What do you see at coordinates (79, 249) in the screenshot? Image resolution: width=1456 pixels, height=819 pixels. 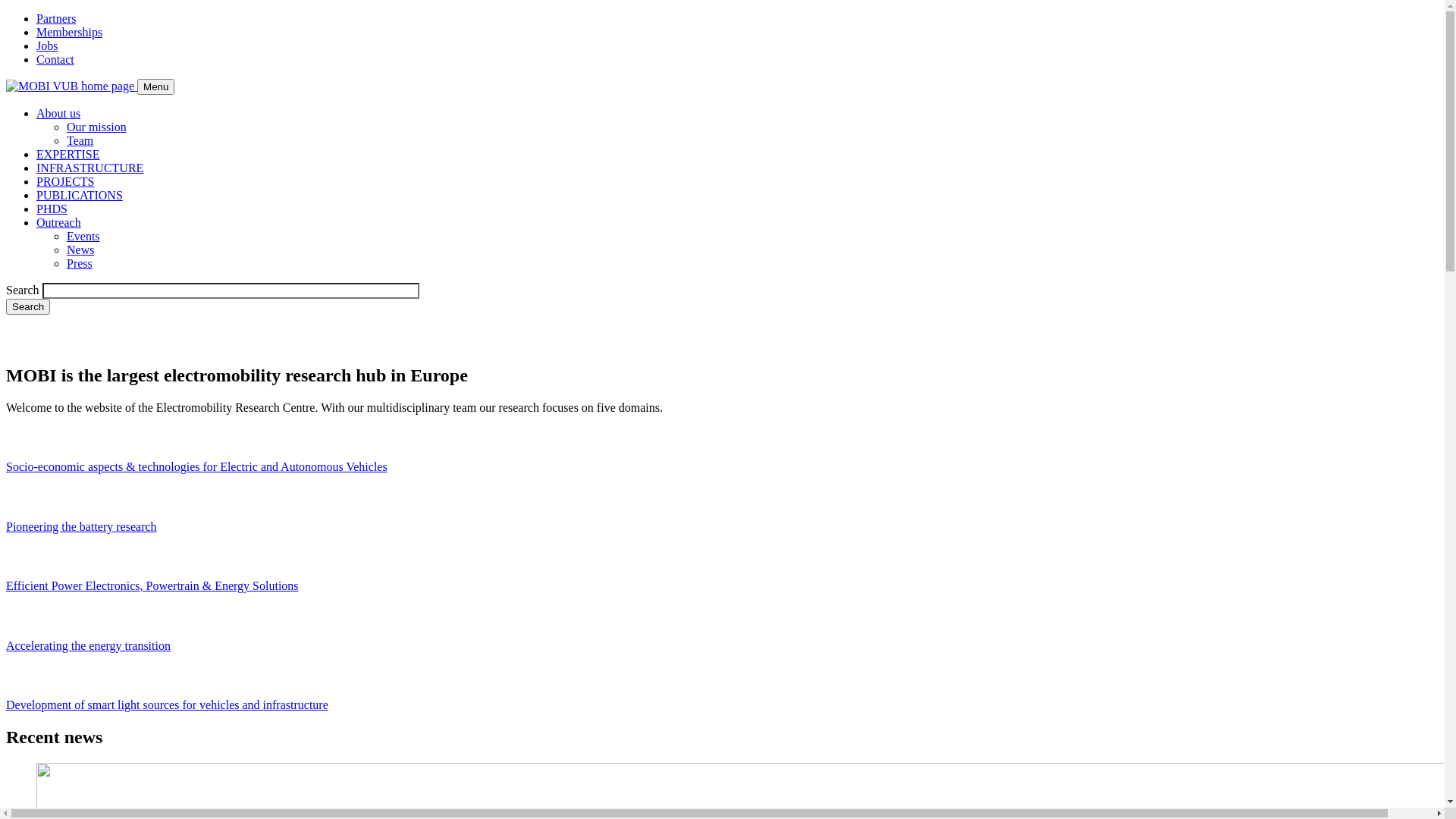 I see `'News'` at bounding box center [79, 249].